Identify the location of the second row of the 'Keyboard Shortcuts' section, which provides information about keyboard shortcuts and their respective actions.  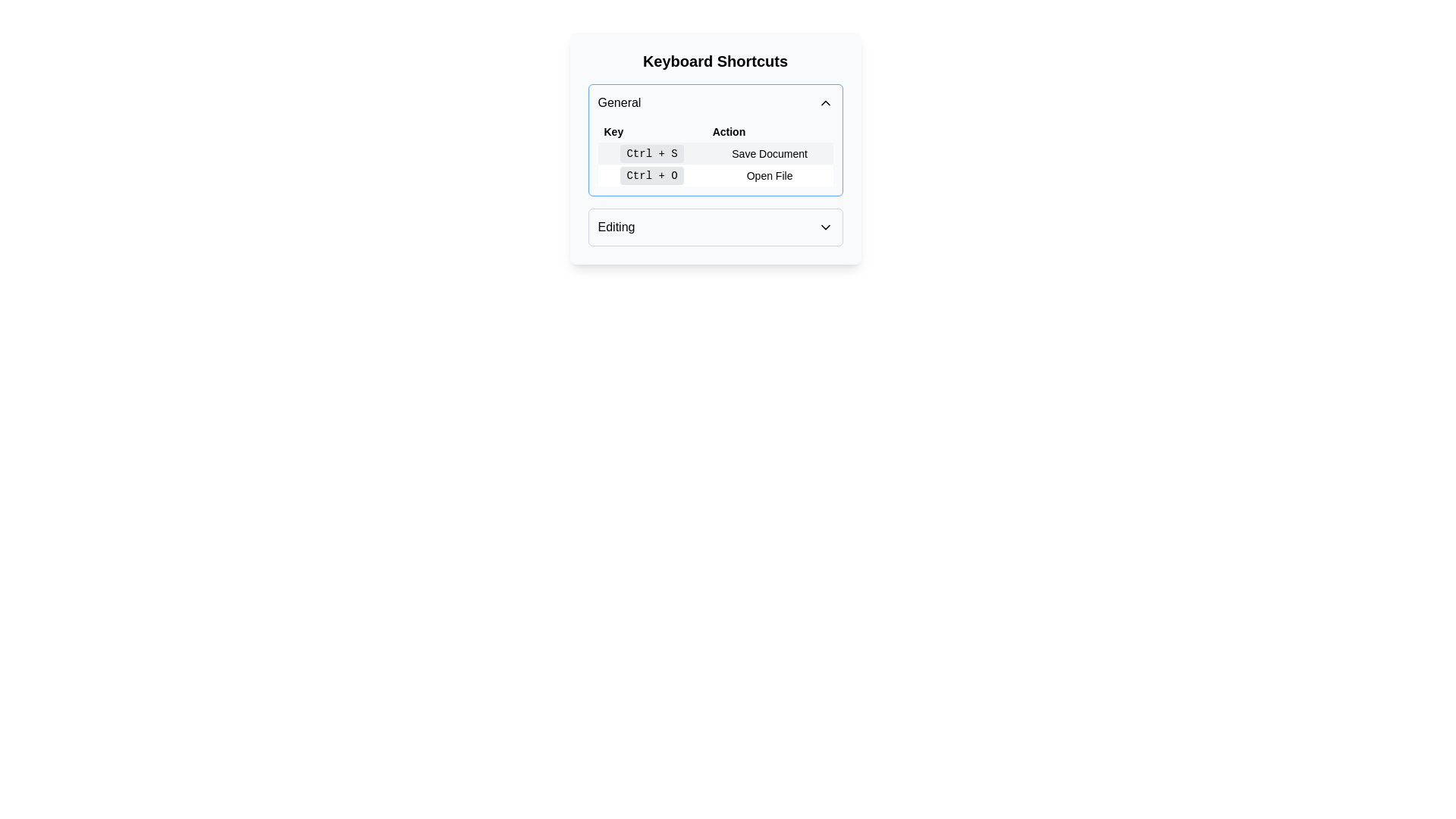
(714, 164).